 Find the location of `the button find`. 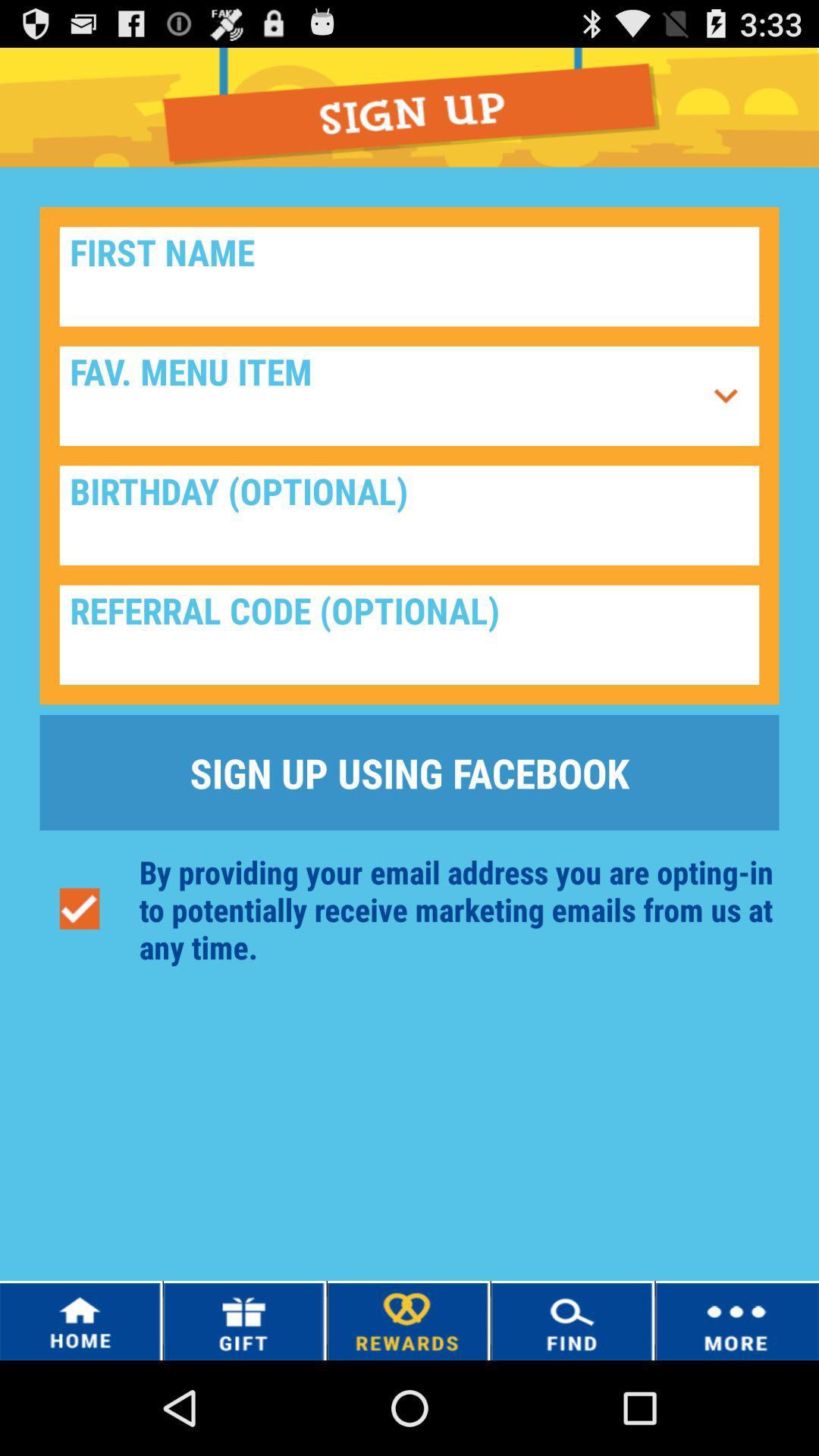

the button find is located at coordinates (573, 1319).